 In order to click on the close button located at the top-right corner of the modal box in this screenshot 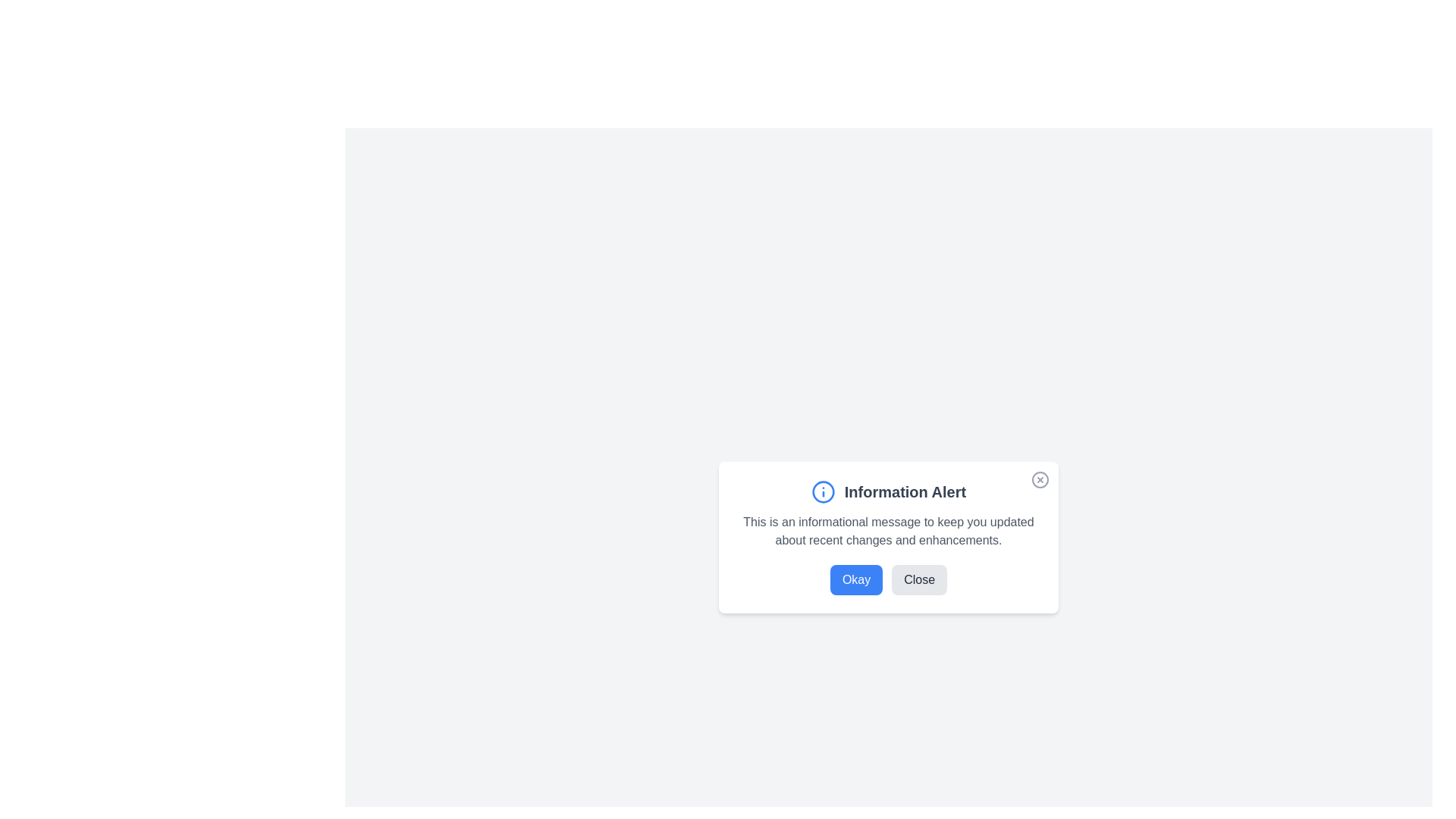, I will do `click(1040, 482)`.